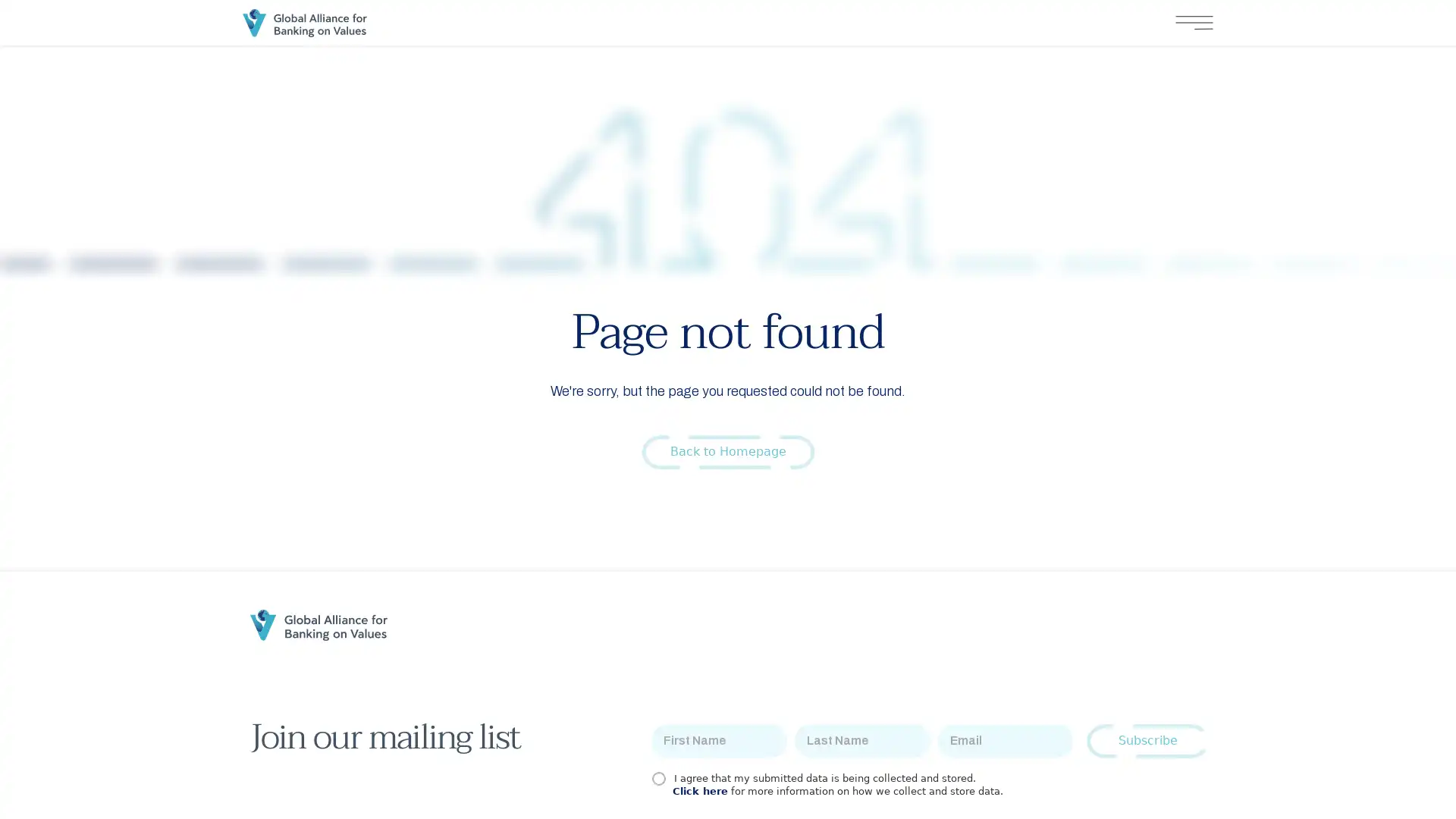  I want to click on Subscribe, so click(1147, 740).